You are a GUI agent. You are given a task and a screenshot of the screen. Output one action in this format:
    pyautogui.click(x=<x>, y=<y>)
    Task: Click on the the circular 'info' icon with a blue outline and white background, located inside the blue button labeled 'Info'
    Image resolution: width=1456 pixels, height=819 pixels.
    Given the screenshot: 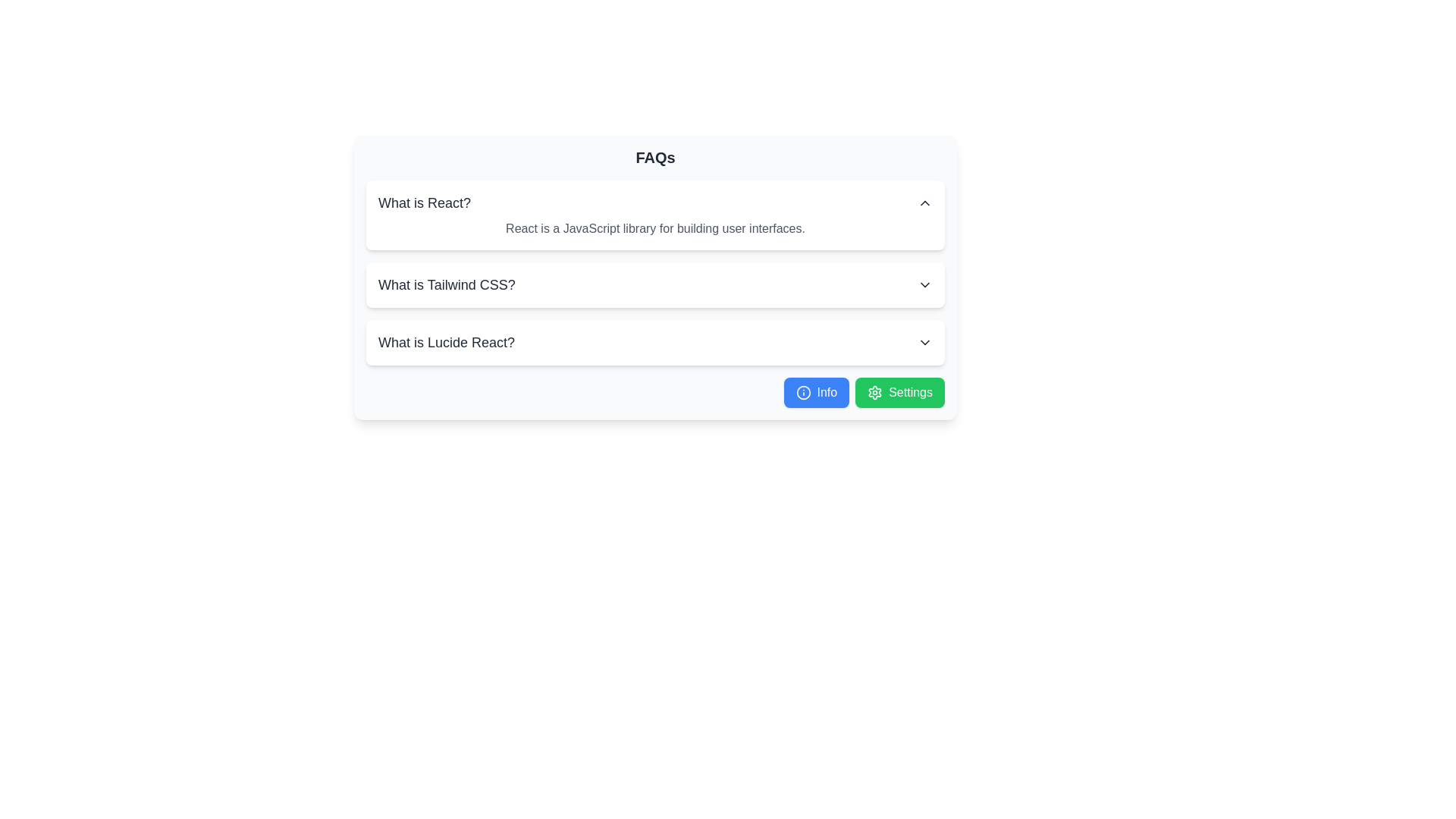 What is the action you would take?
    pyautogui.click(x=802, y=391)
    